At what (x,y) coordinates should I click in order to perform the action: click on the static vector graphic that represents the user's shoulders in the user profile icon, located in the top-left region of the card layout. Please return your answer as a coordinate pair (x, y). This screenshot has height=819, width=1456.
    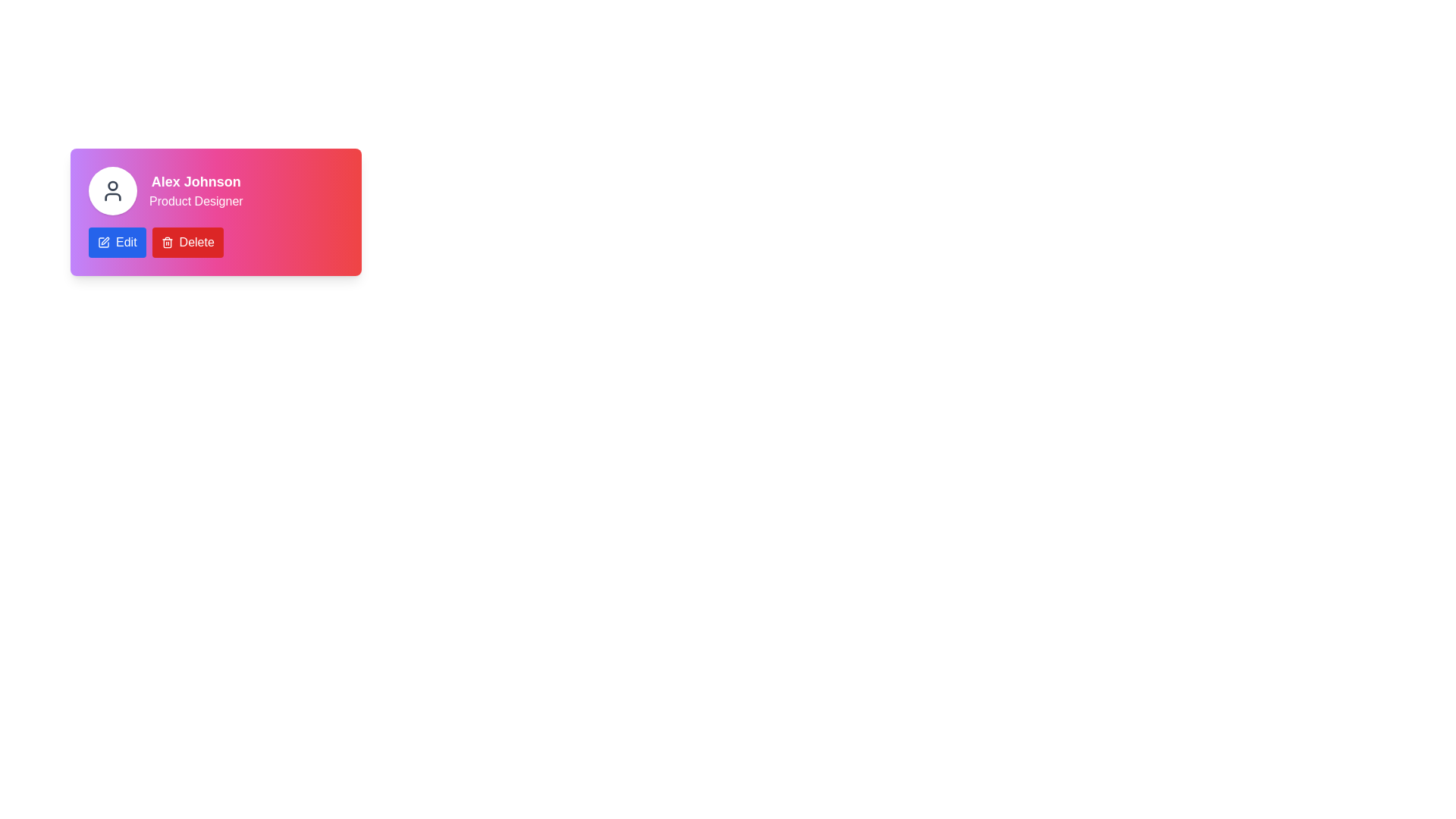
    Looking at the image, I should click on (111, 196).